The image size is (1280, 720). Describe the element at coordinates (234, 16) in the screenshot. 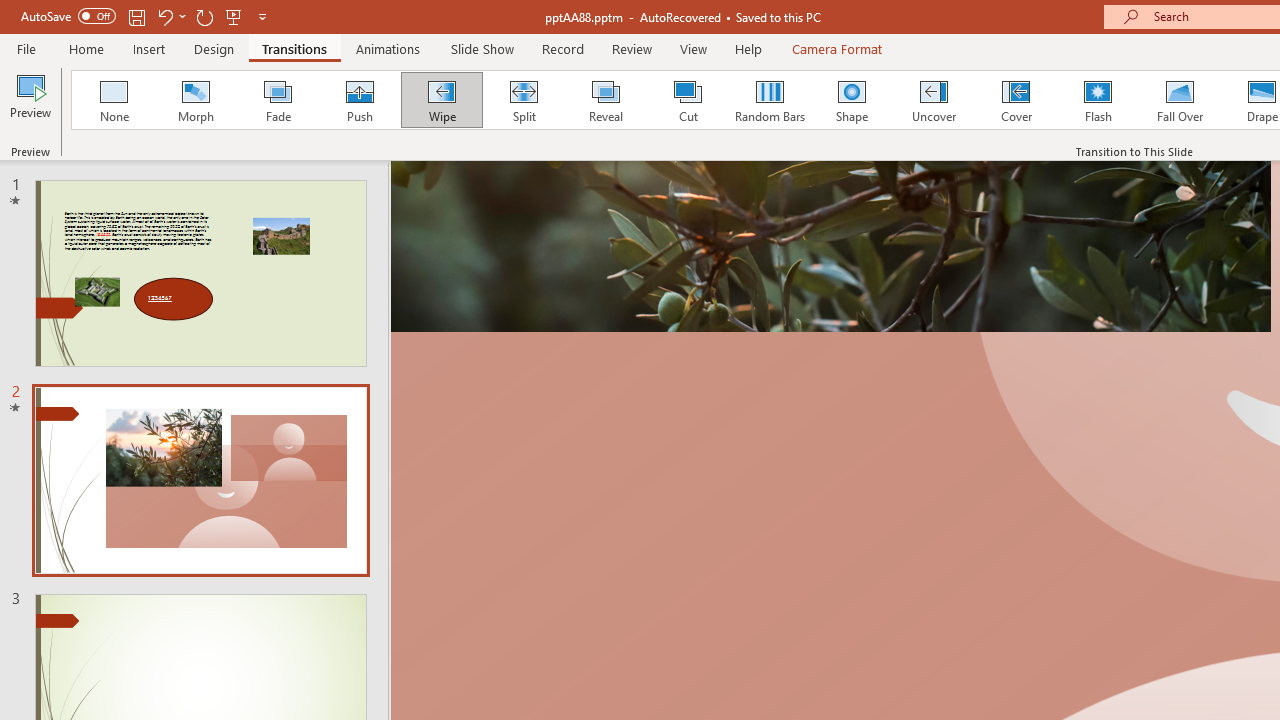

I see `'From Beginning'` at that location.